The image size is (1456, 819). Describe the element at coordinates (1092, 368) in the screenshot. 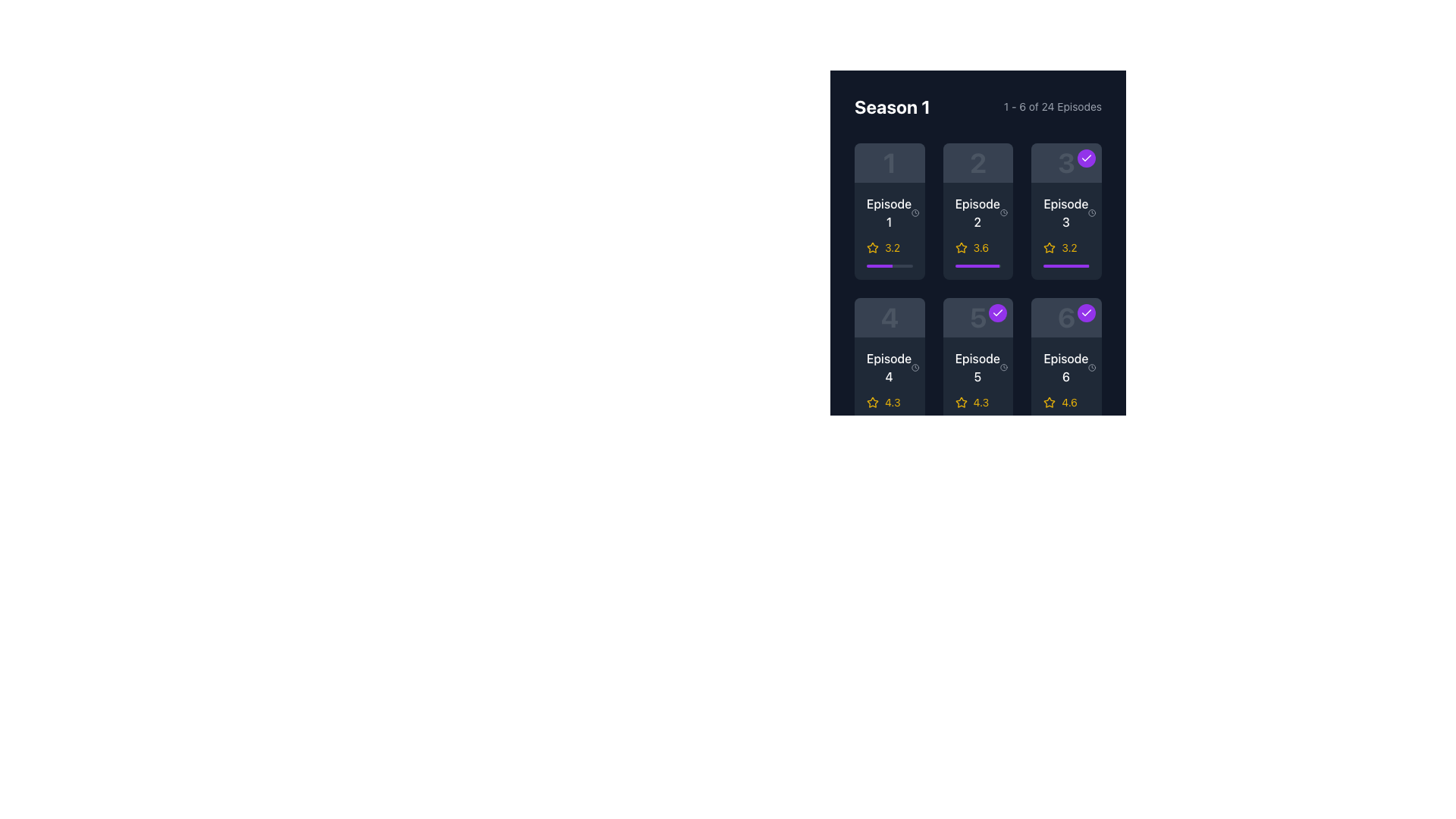

I see `the icon representing the duration of the episode` at that location.